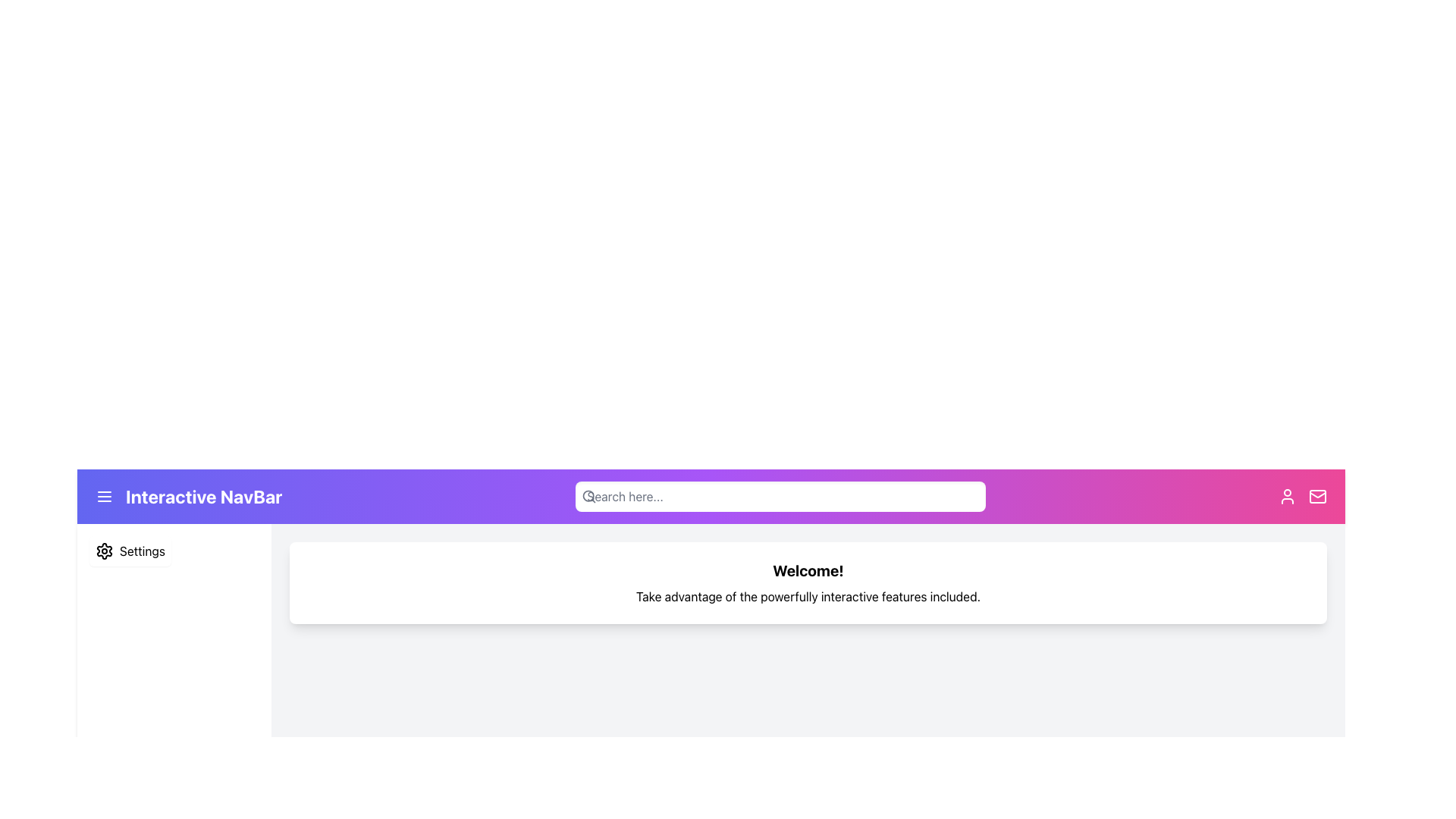  What do you see at coordinates (188, 497) in the screenshot?
I see `the 'Interactive NavBar' text, which is styled in bold font and located next to a three-line menu icon in the purple gradient header on the left-hand side` at bounding box center [188, 497].